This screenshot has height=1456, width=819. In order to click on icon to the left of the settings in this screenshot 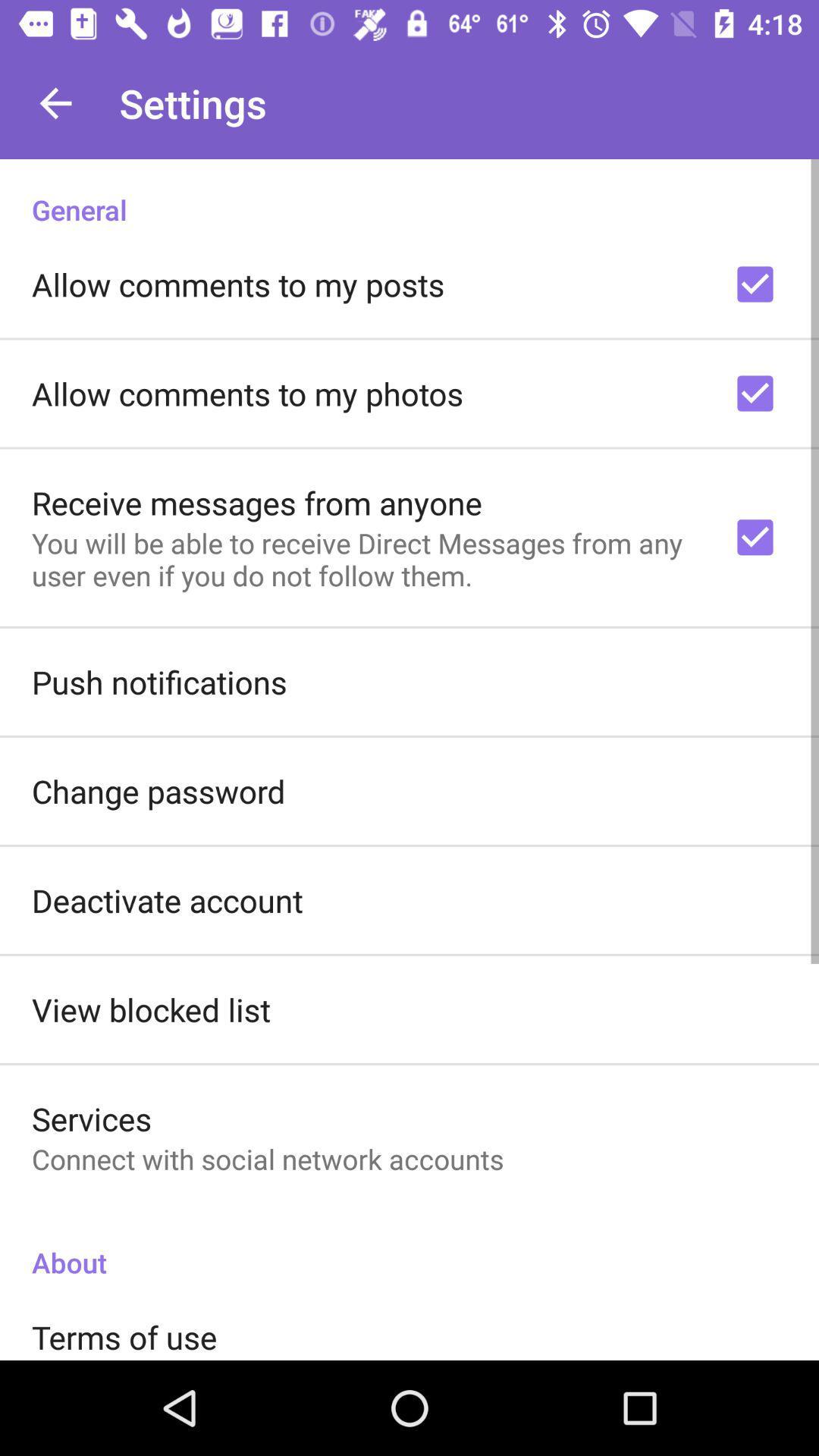, I will do `click(55, 102)`.